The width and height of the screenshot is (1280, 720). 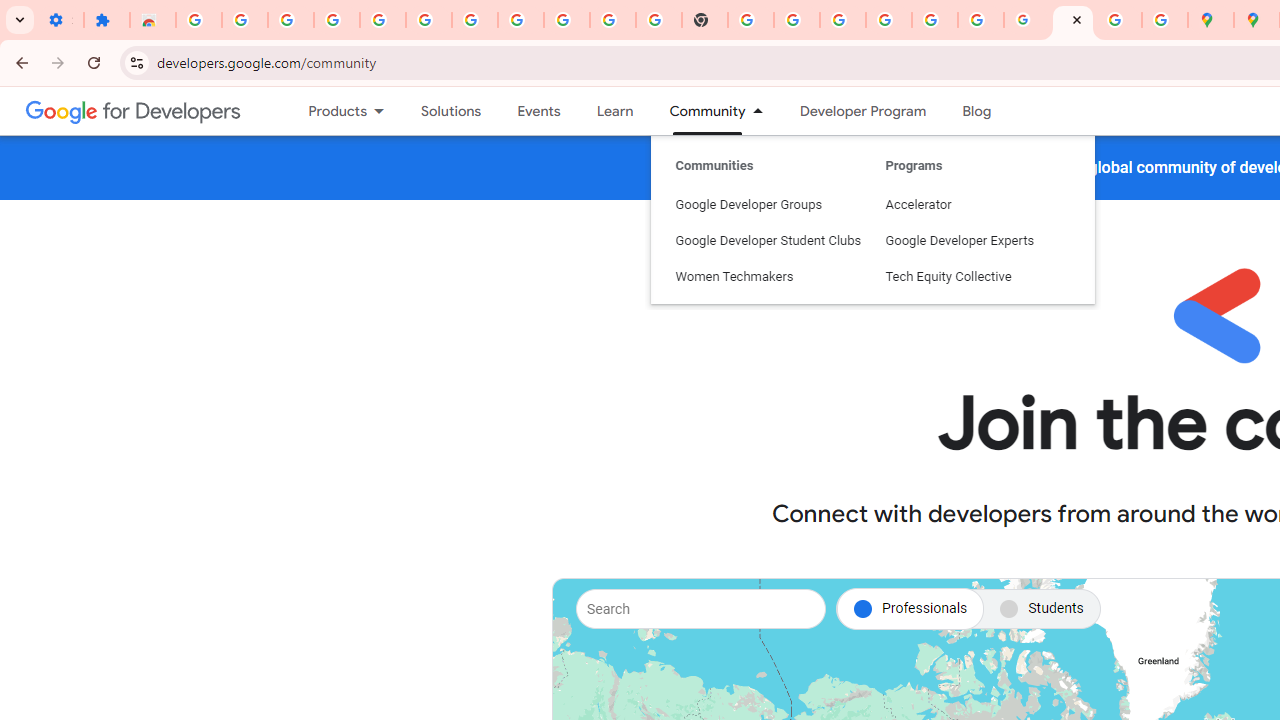 What do you see at coordinates (750, 20) in the screenshot?
I see `'https://scholar.google.com/'` at bounding box center [750, 20].